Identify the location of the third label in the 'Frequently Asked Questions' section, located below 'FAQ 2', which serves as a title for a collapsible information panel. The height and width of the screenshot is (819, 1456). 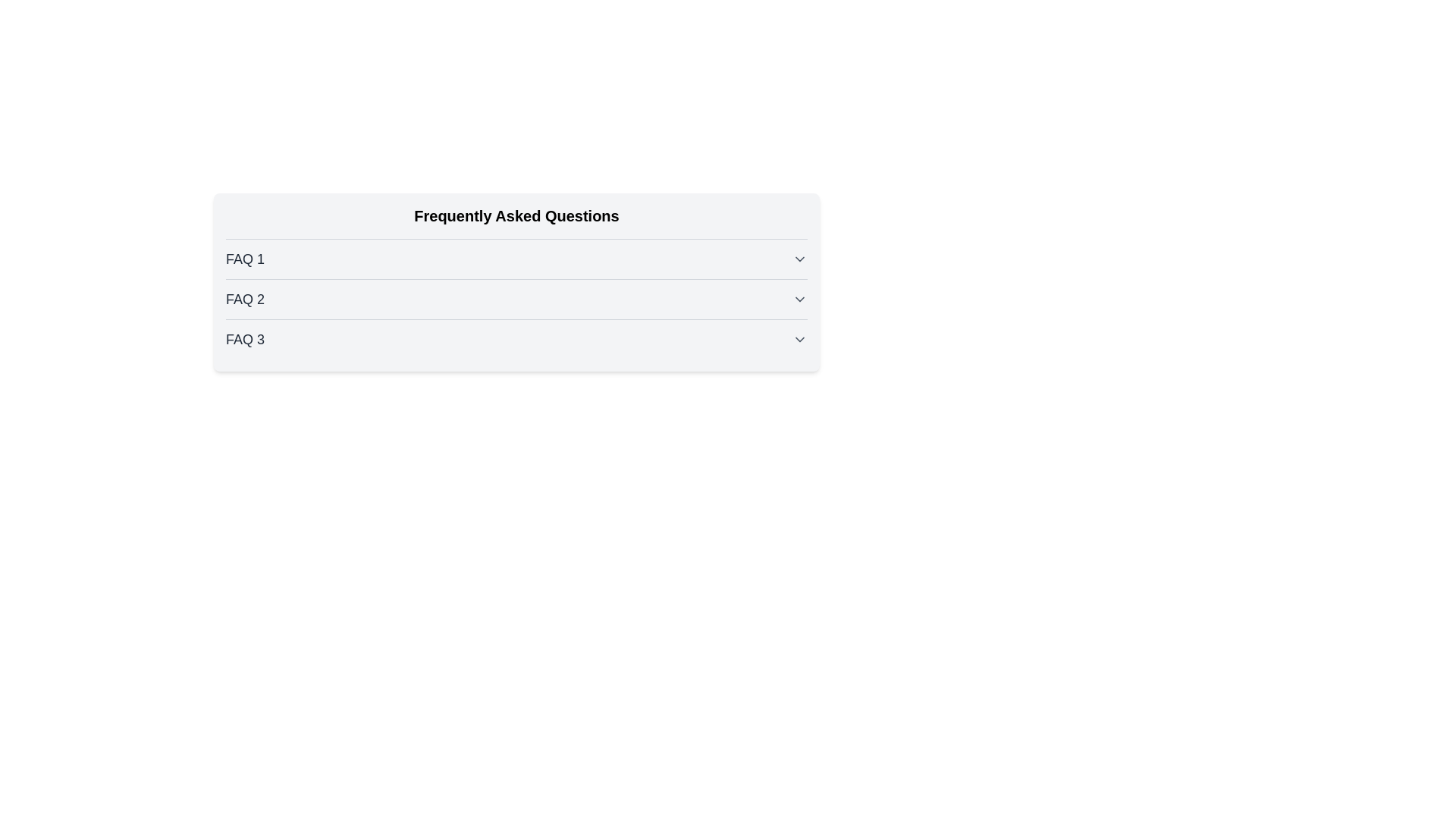
(245, 338).